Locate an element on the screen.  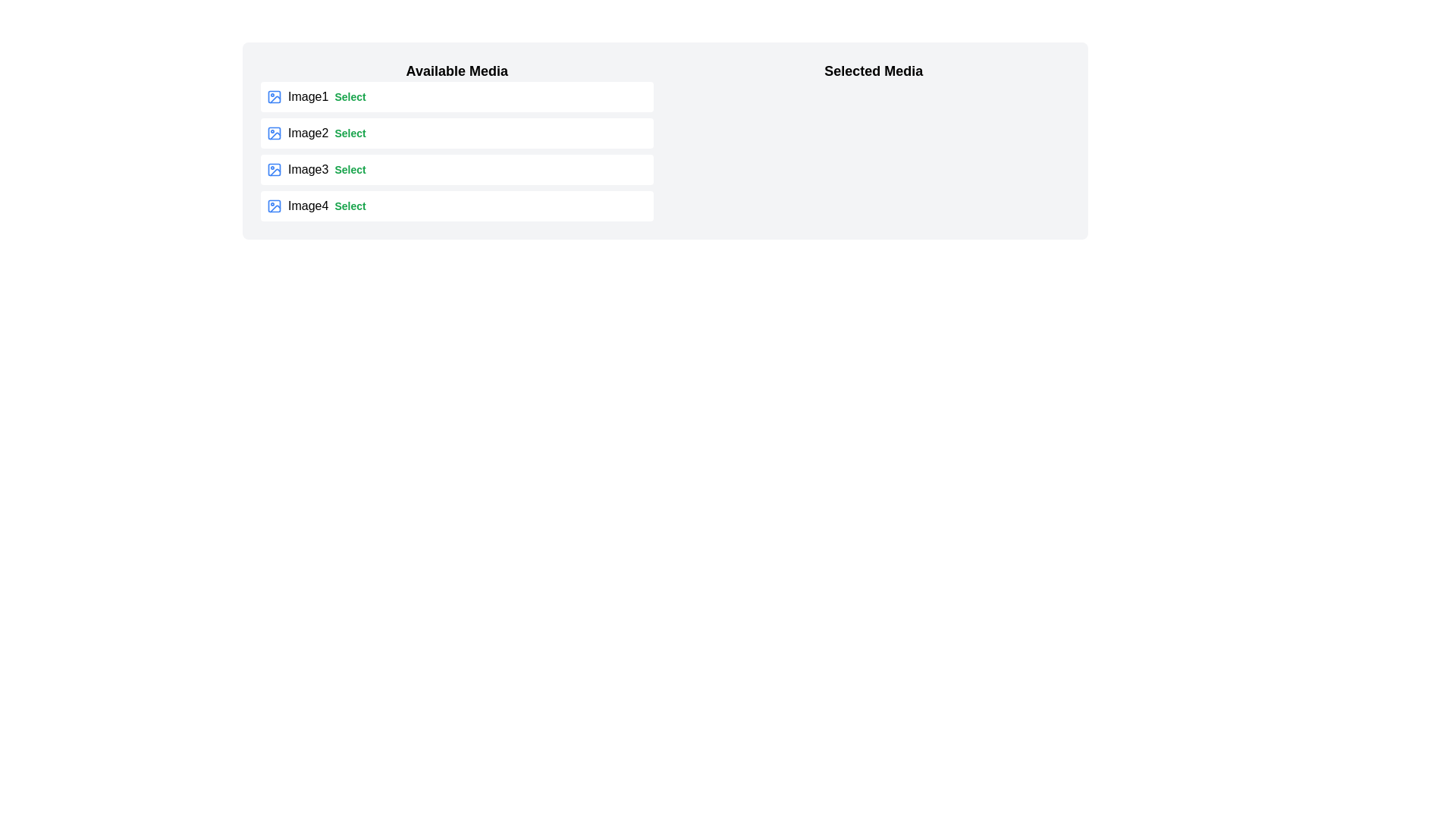
the second entry in the 'Available Media' list, labeled 'Image2' is located at coordinates (456, 152).